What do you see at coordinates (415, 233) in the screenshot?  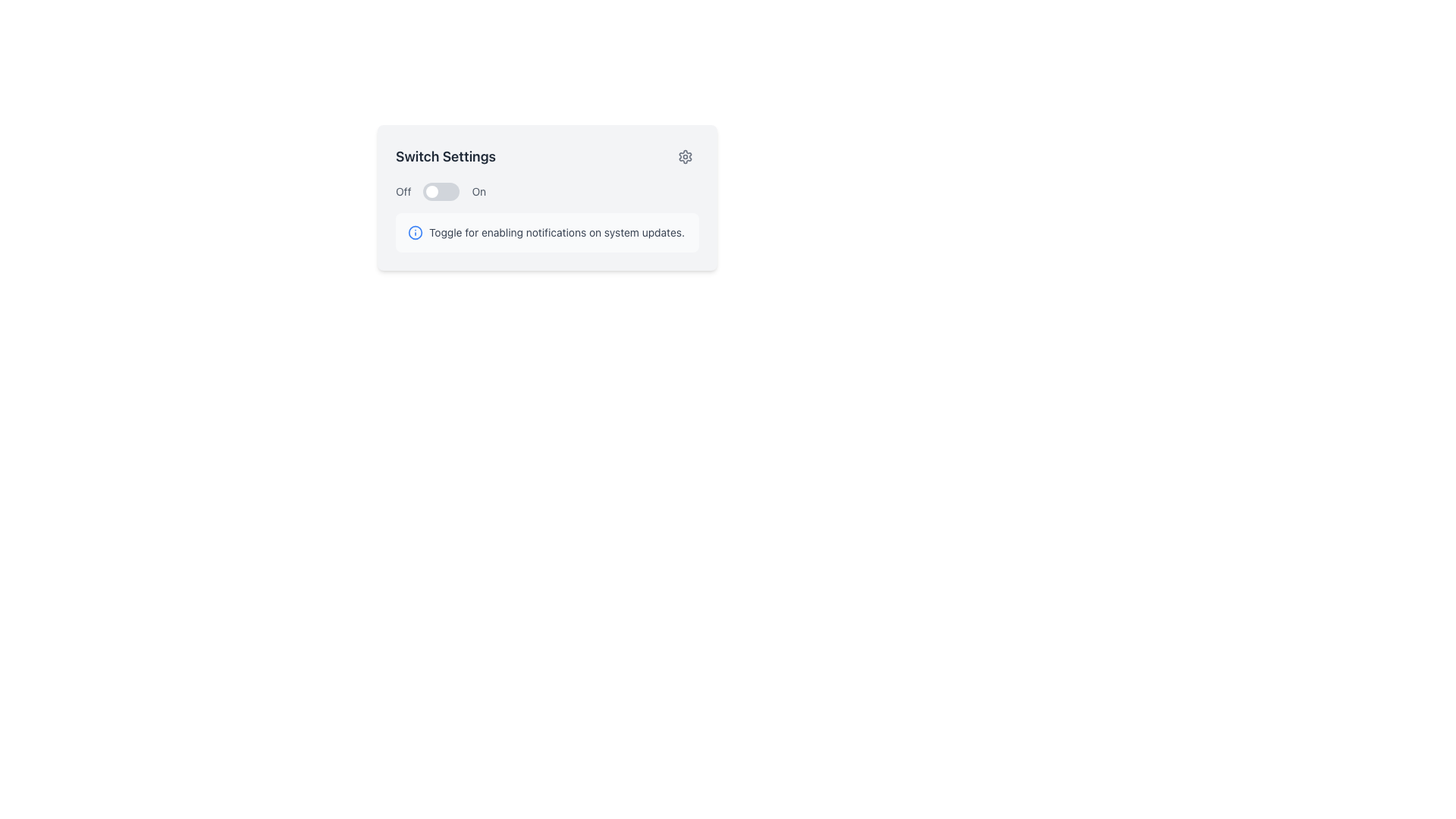 I see `the circular graphical element, which is part of an information icon located to the left of the notification toggle text` at bounding box center [415, 233].